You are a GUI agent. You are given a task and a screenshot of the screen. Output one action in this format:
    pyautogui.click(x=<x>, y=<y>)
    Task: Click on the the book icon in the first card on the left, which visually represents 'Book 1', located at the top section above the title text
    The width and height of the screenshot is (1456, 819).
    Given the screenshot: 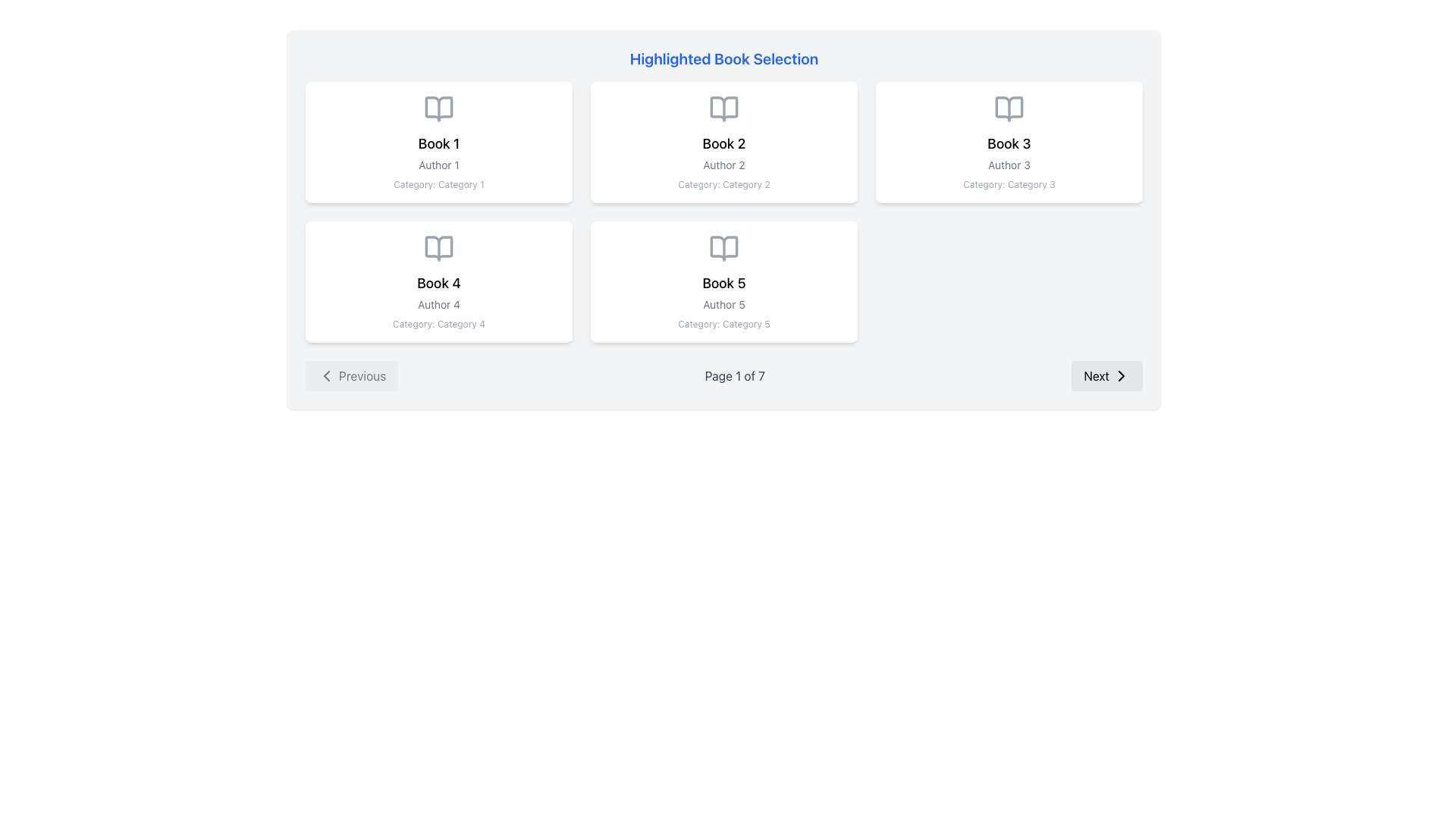 What is the action you would take?
    pyautogui.click(x=438, y=108)
    